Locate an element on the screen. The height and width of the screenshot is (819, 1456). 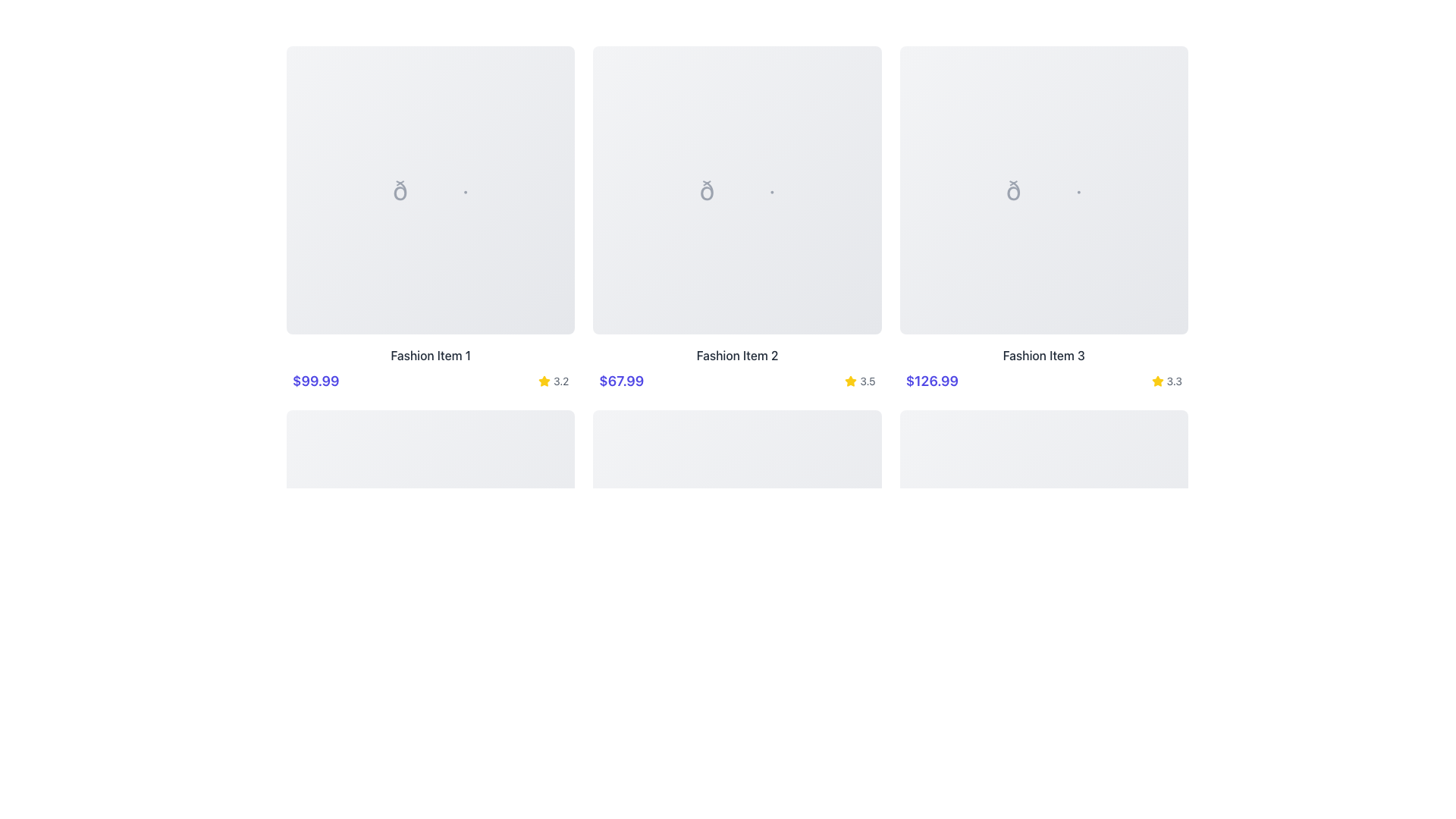
the Text label that serves as the title of the item in the second column of the grid, positioned below the central image placeholder is located at coordinates (737, 356).